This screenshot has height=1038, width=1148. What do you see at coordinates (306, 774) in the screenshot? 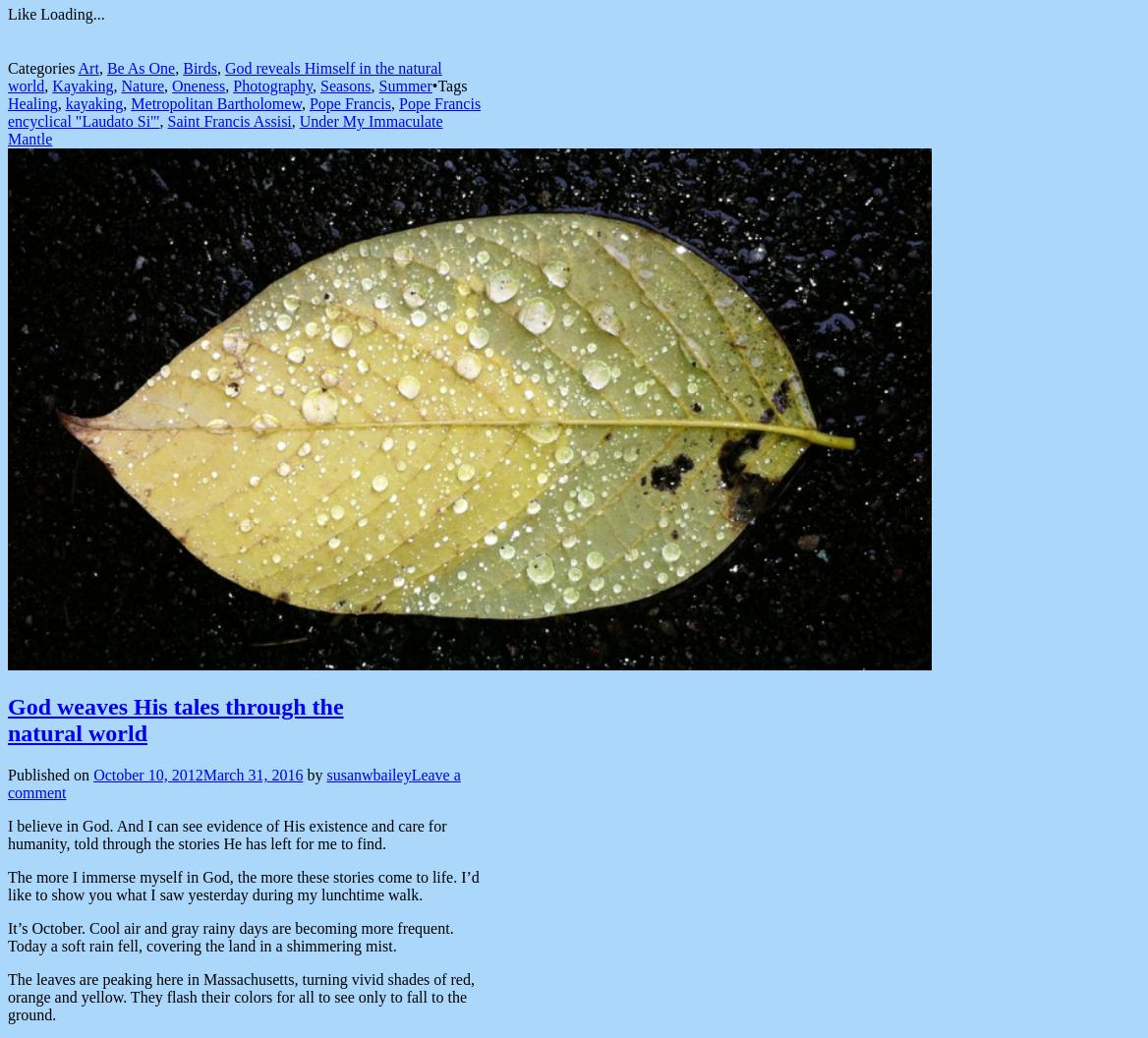
I see `'by'` at bounding box center [306, 774].